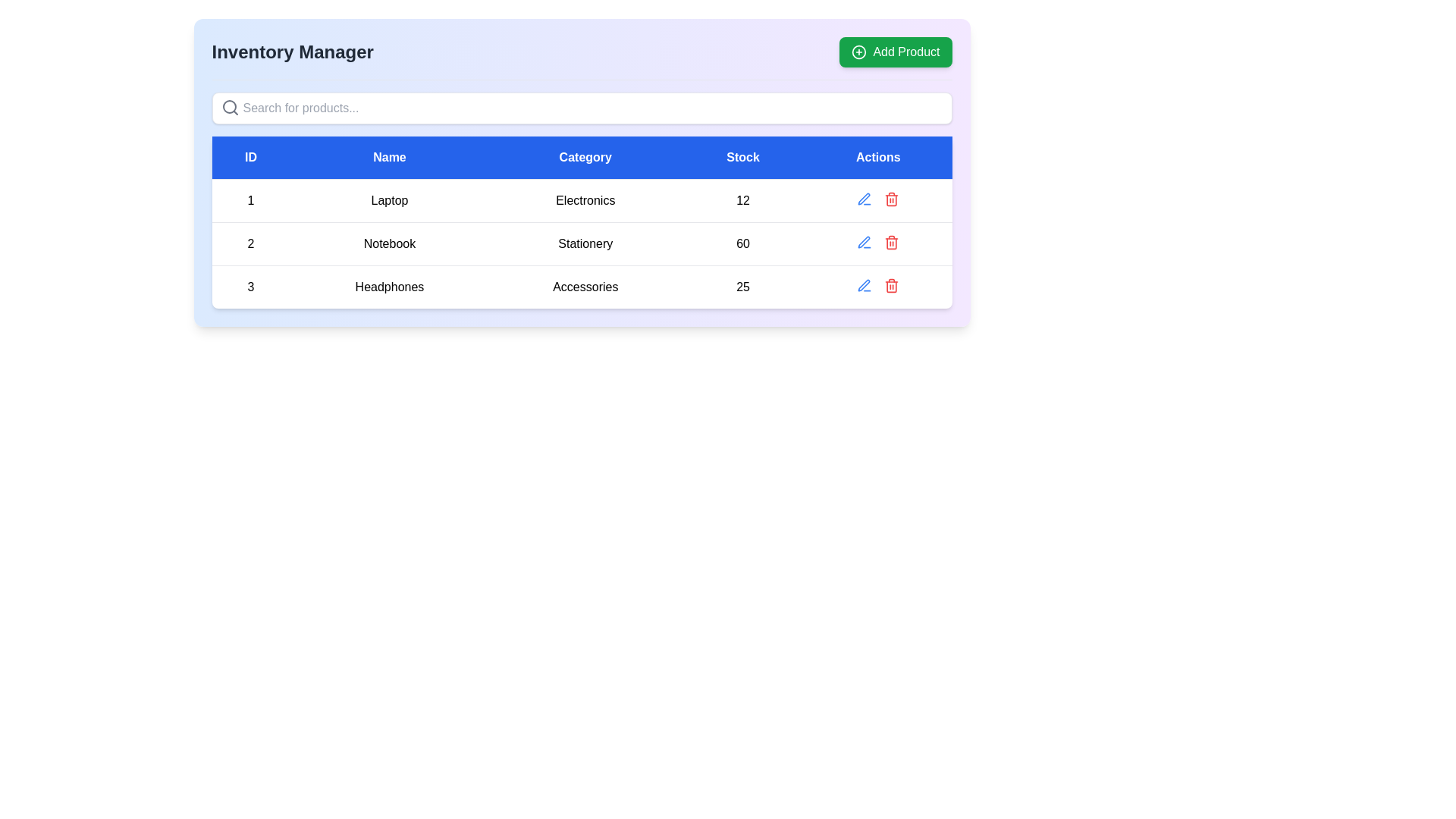 The width and height of the screenshot is (1456, 819). What do you see at coordinates (892, 286) in the screenshot?
I see `the red trash icon button located in the third row under the 'Actions' column in the displayed table` at bounding box center [892, 286].